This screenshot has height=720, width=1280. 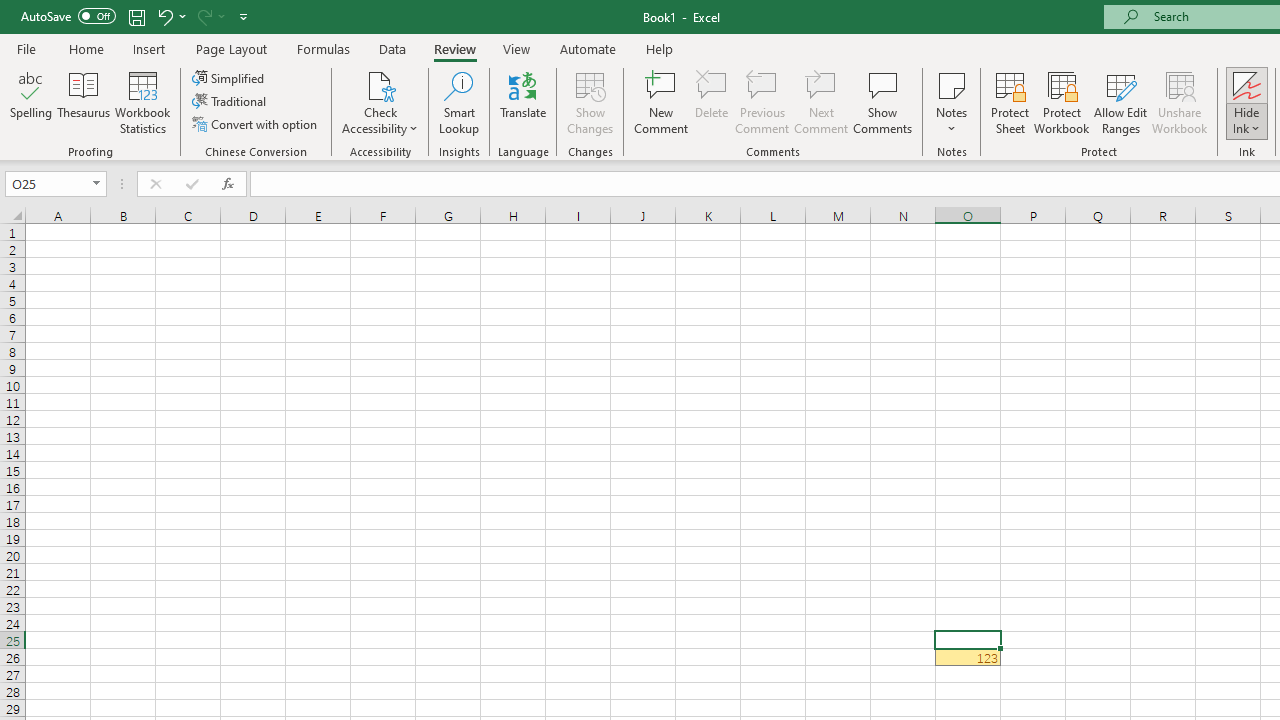 I want to click on 'Page Layout', so click(x=231, y=48).